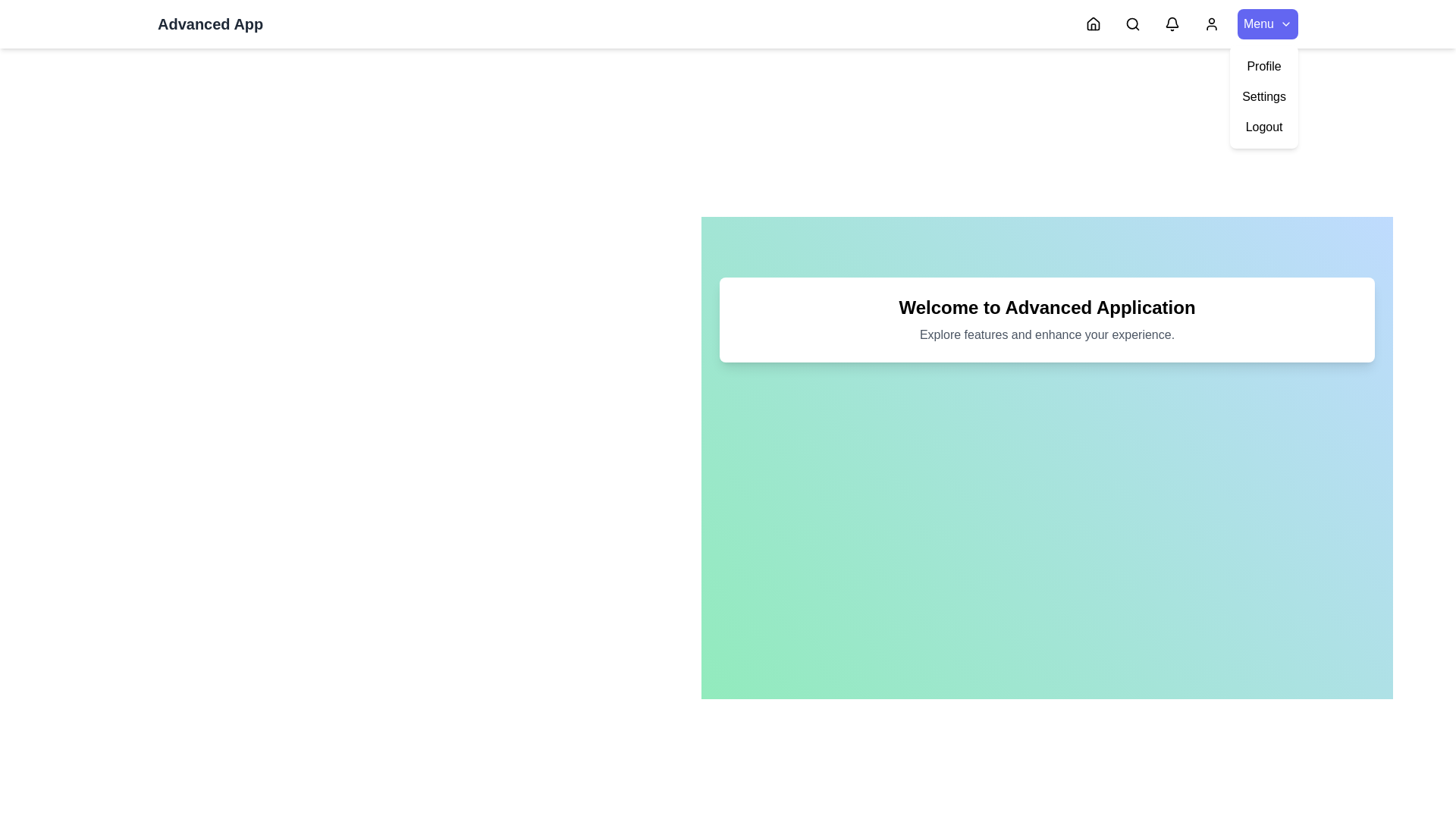 This screenshot has width=1456, height=819. Describe the element at coordinates (1132, 24) in the screenshot. I see `the Search navigation icon` at that location.